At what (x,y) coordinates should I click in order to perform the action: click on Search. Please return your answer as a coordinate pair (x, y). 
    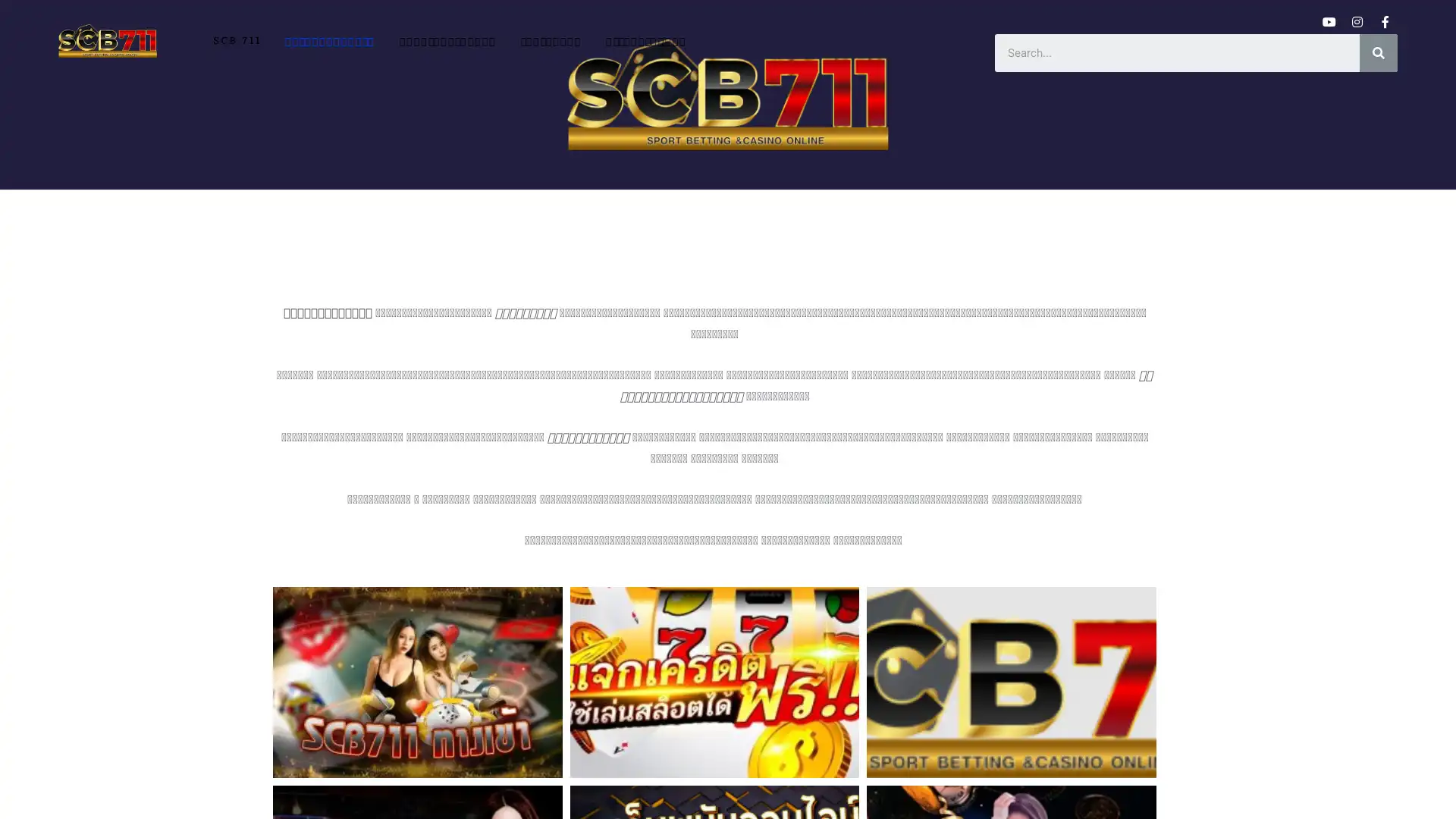
    Looking at the image, I should click on (1379, 52).